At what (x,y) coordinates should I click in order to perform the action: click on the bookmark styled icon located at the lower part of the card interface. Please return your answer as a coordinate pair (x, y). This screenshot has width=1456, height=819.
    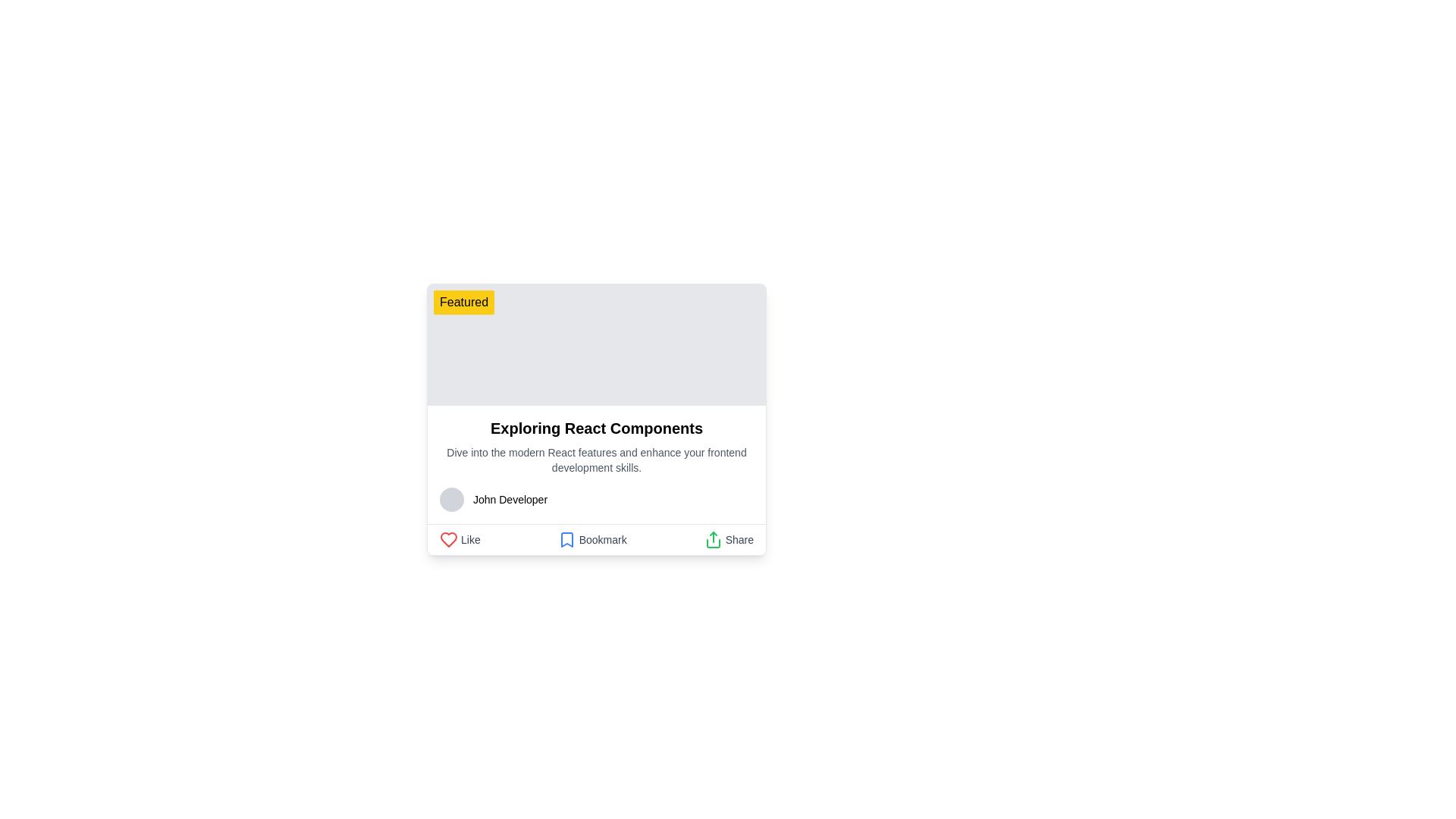
    Looking at the image, I should click on (566, 539).